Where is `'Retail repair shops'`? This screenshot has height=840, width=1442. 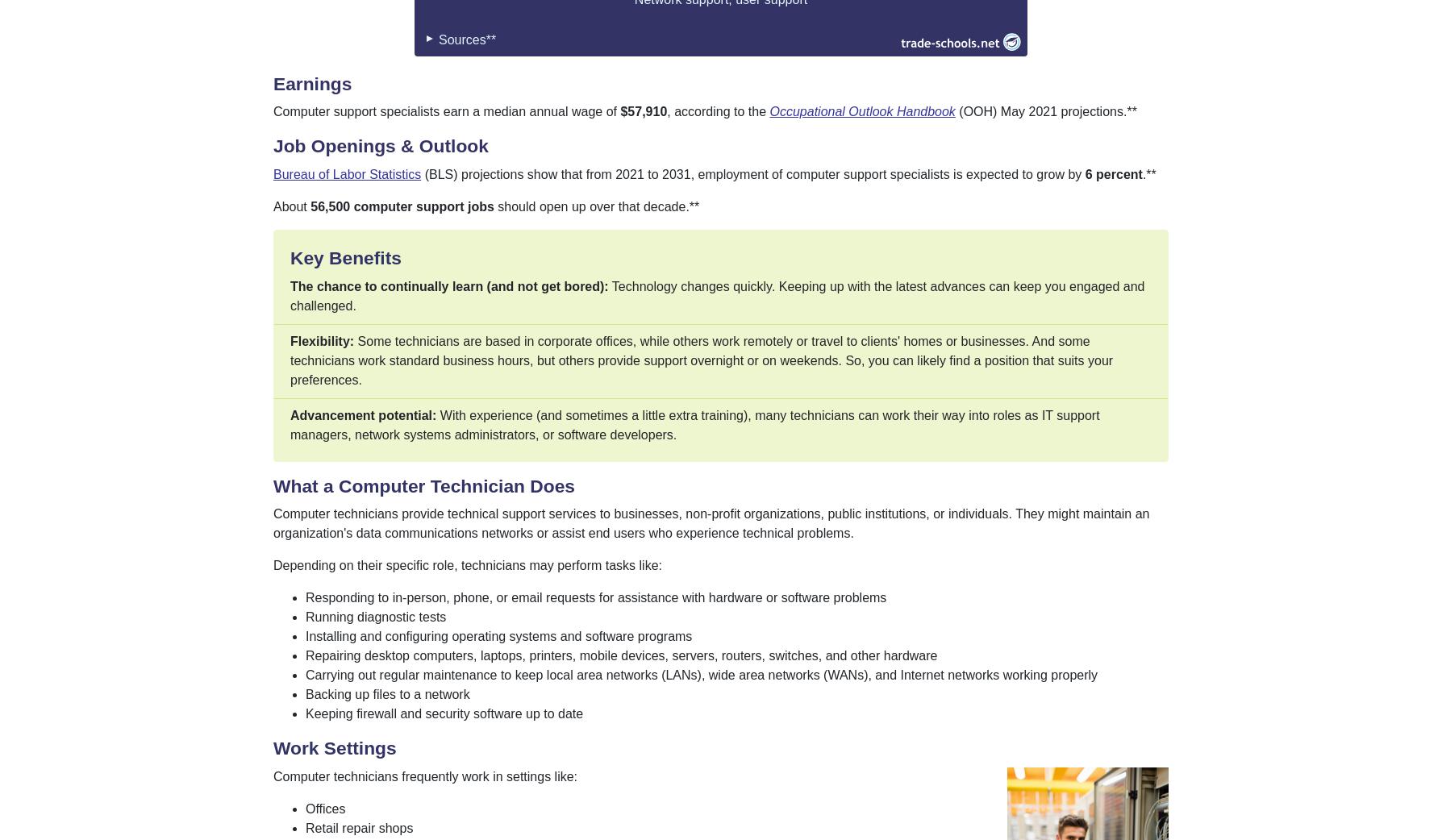 'Retail repair shops' is located at coordinates (358, 827).